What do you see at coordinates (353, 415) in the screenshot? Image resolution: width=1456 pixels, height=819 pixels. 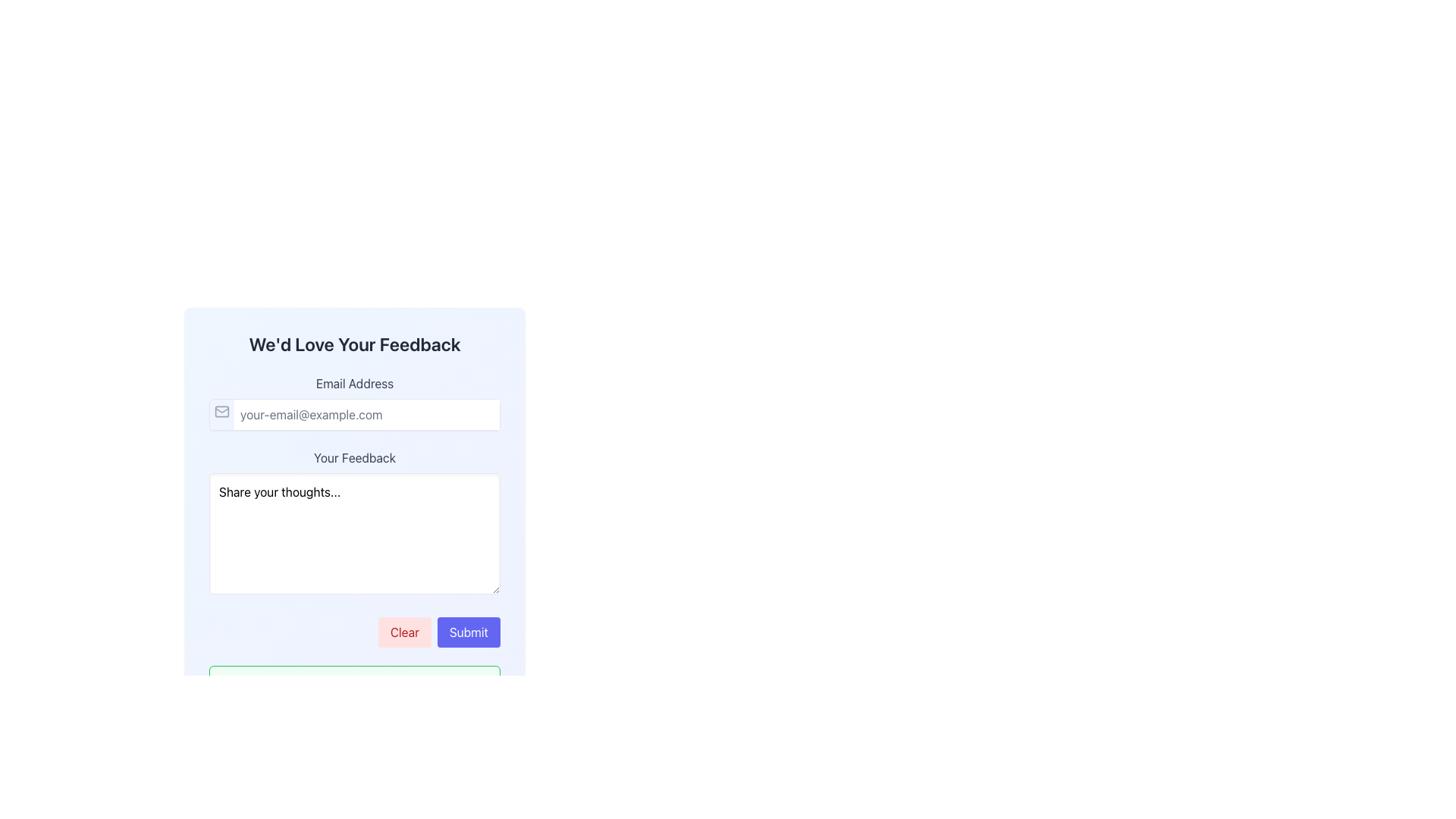 I see `the Email input field located beneath the 'Email Address' label` at bounding box center [353, 415].